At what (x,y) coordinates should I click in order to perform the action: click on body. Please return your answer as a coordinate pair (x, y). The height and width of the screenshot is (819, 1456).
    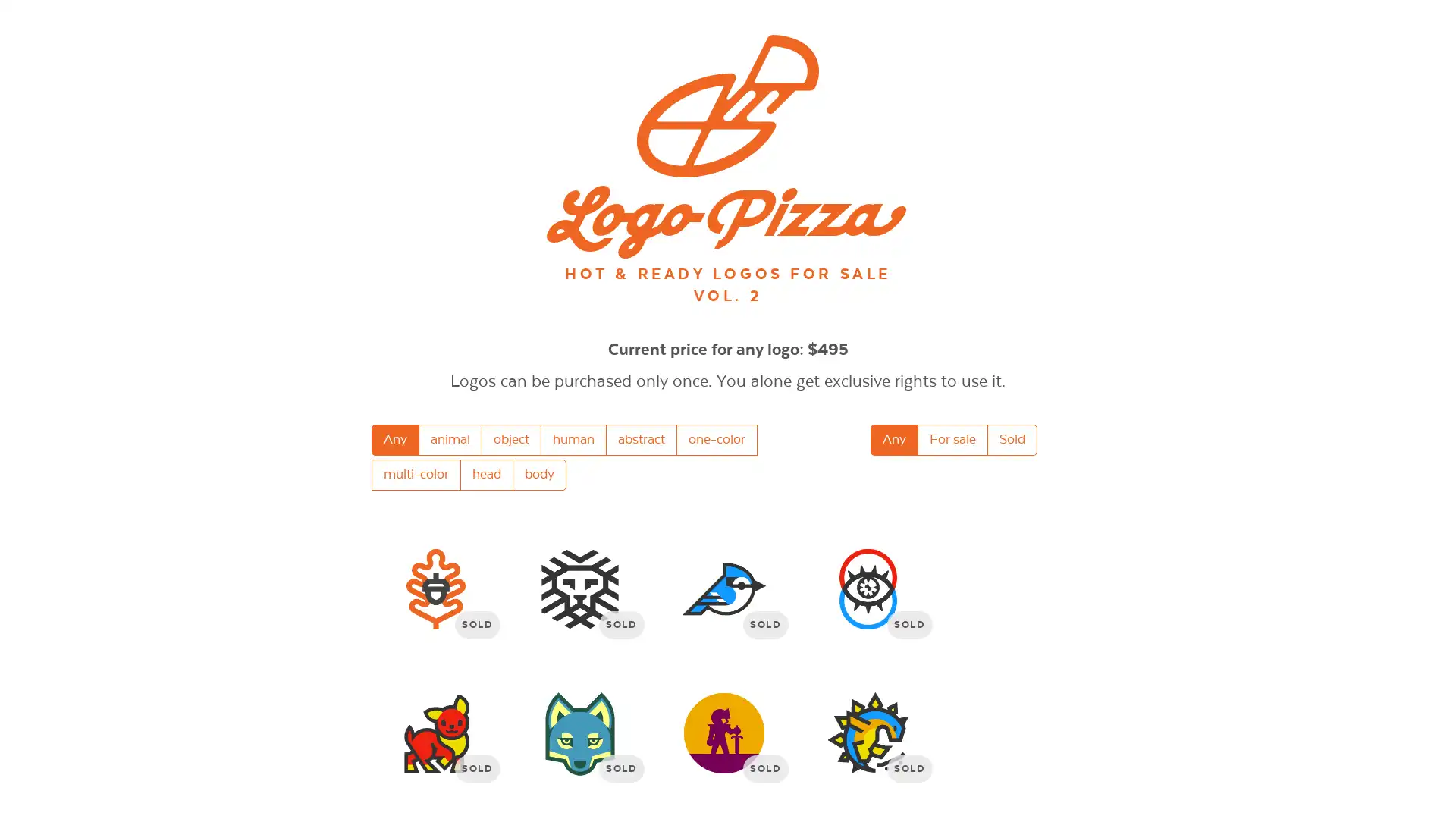
    Looking at the image, I should click on (539, 474).